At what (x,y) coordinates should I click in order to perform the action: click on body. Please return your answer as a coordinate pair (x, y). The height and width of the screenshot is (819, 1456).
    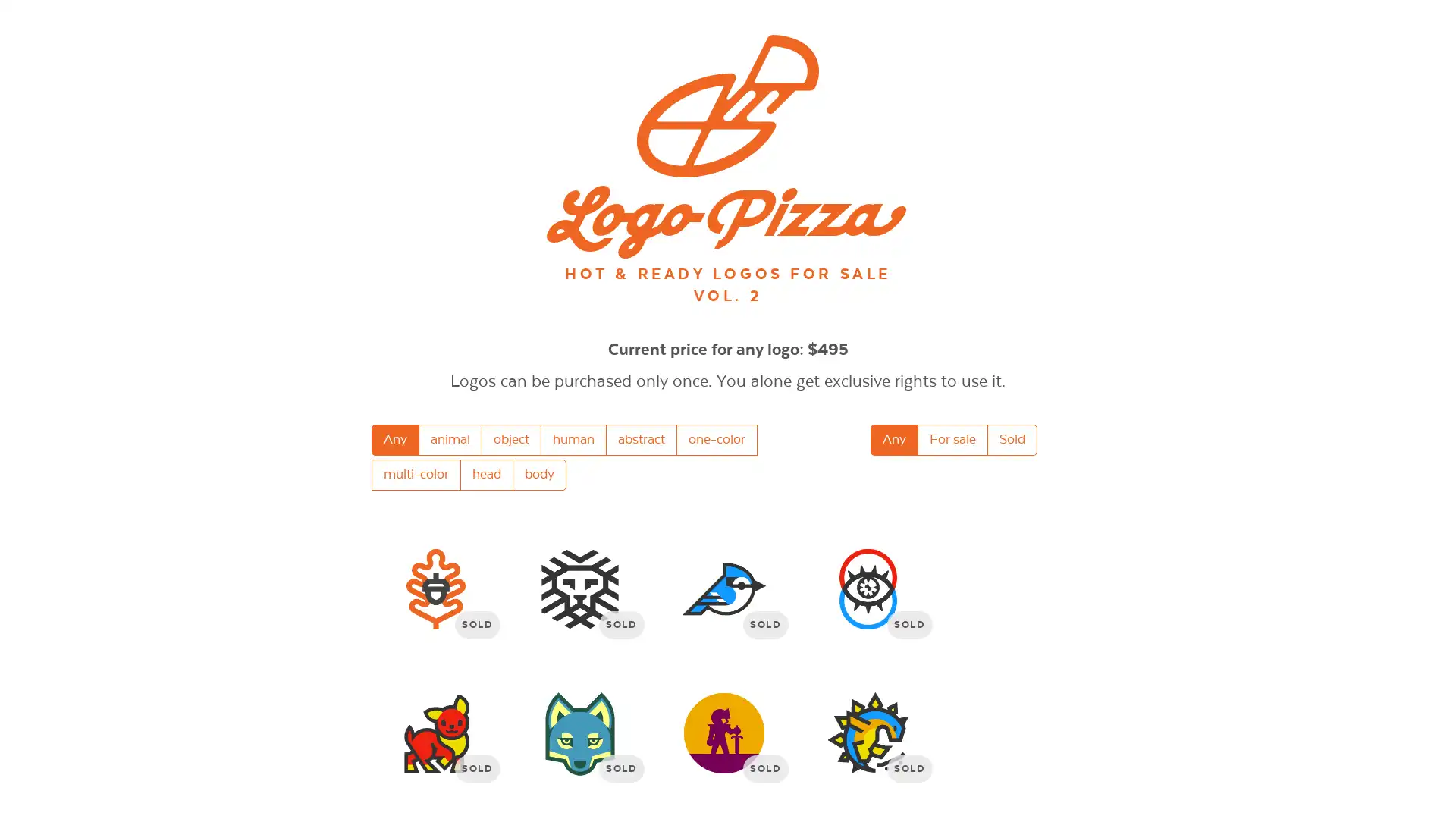
    Looking at the image, I should click on (539, 474).